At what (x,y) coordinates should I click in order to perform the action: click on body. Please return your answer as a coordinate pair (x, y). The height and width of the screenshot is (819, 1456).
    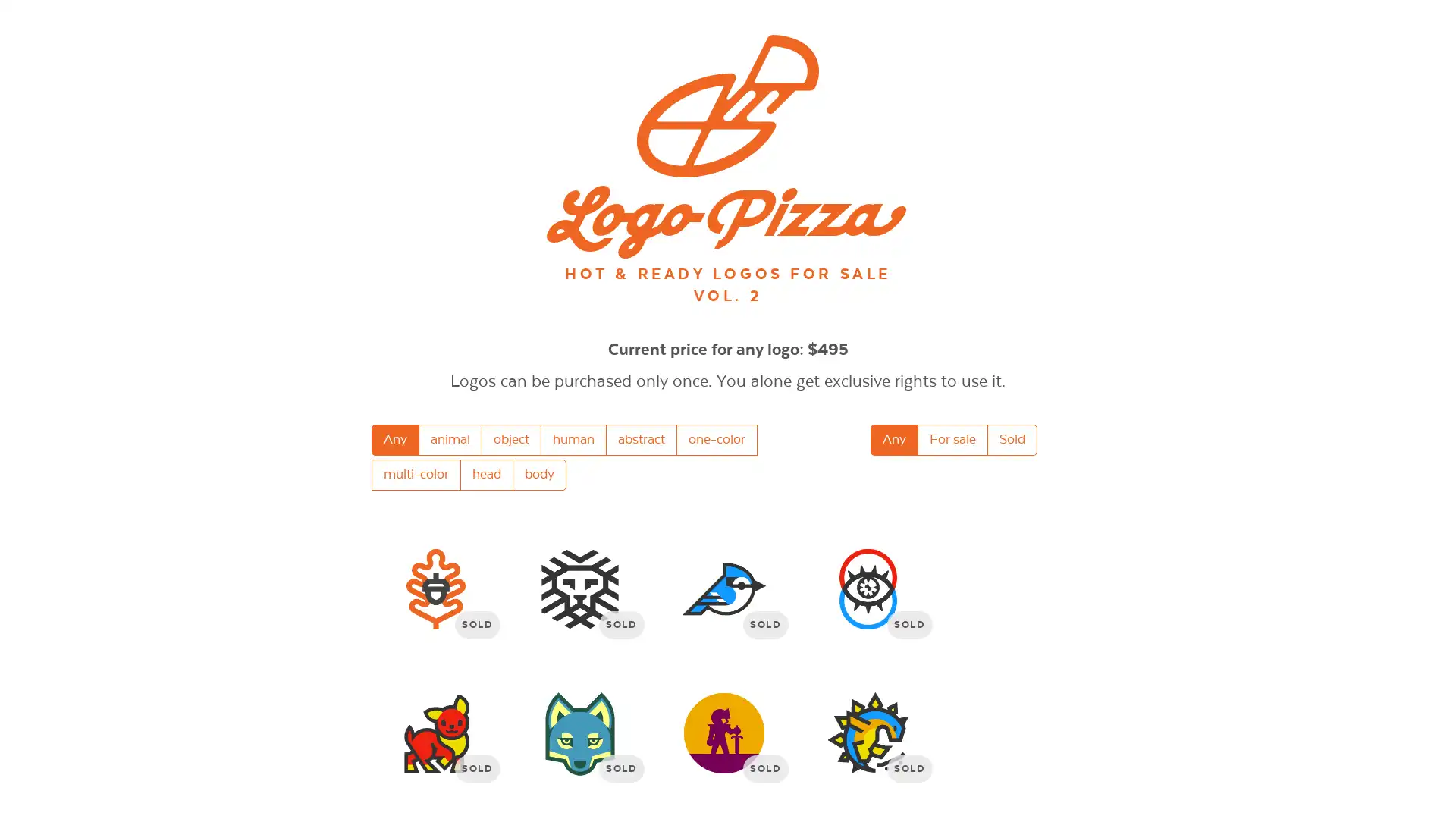
    Looking at the image, I should click on (539, 474).